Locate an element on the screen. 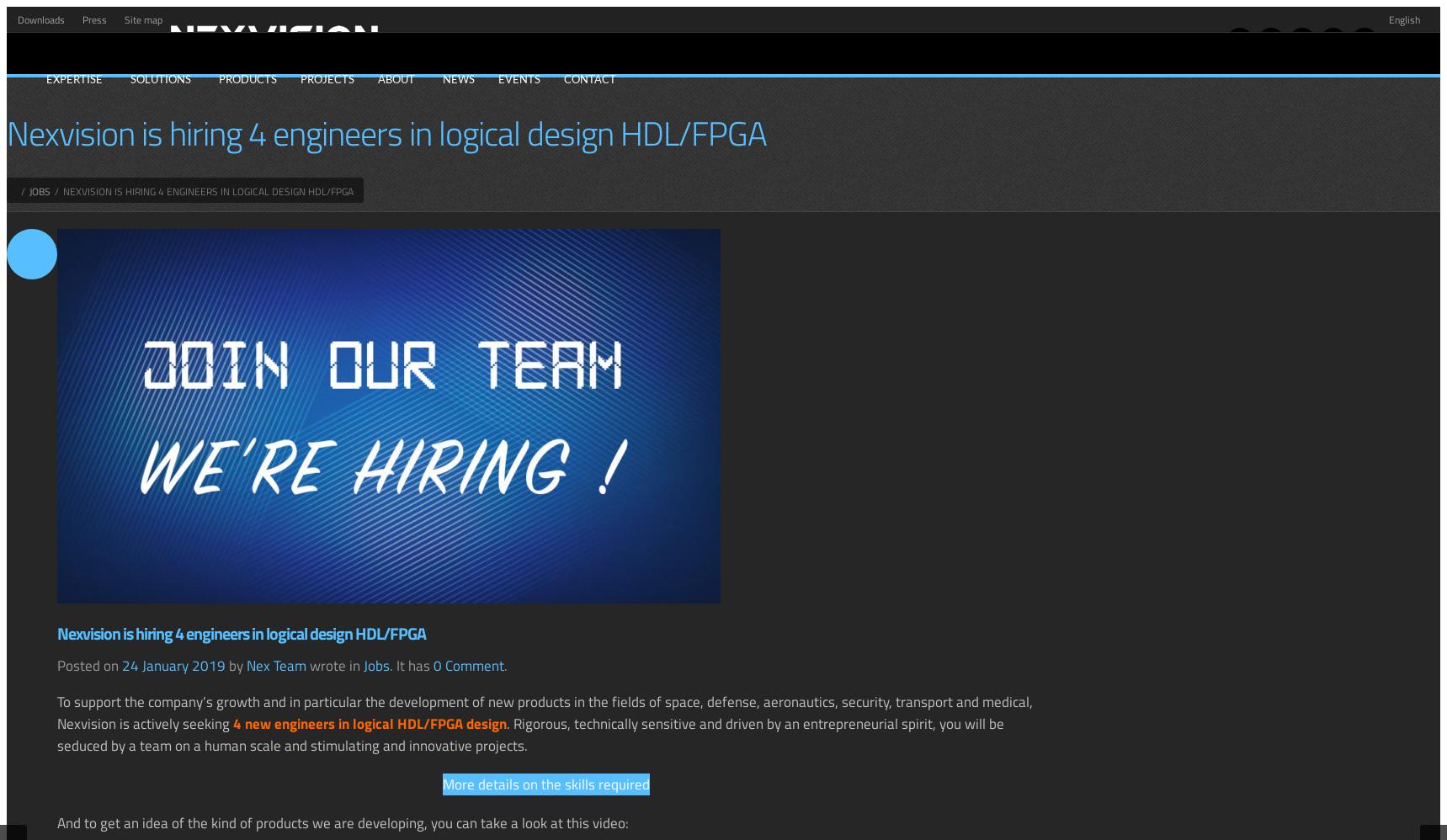 Image resolution: width=1447 pixels, height=840 pixels. '4 new engineers in logical HDL/FPGA design' is located at coordinates (232, 721).